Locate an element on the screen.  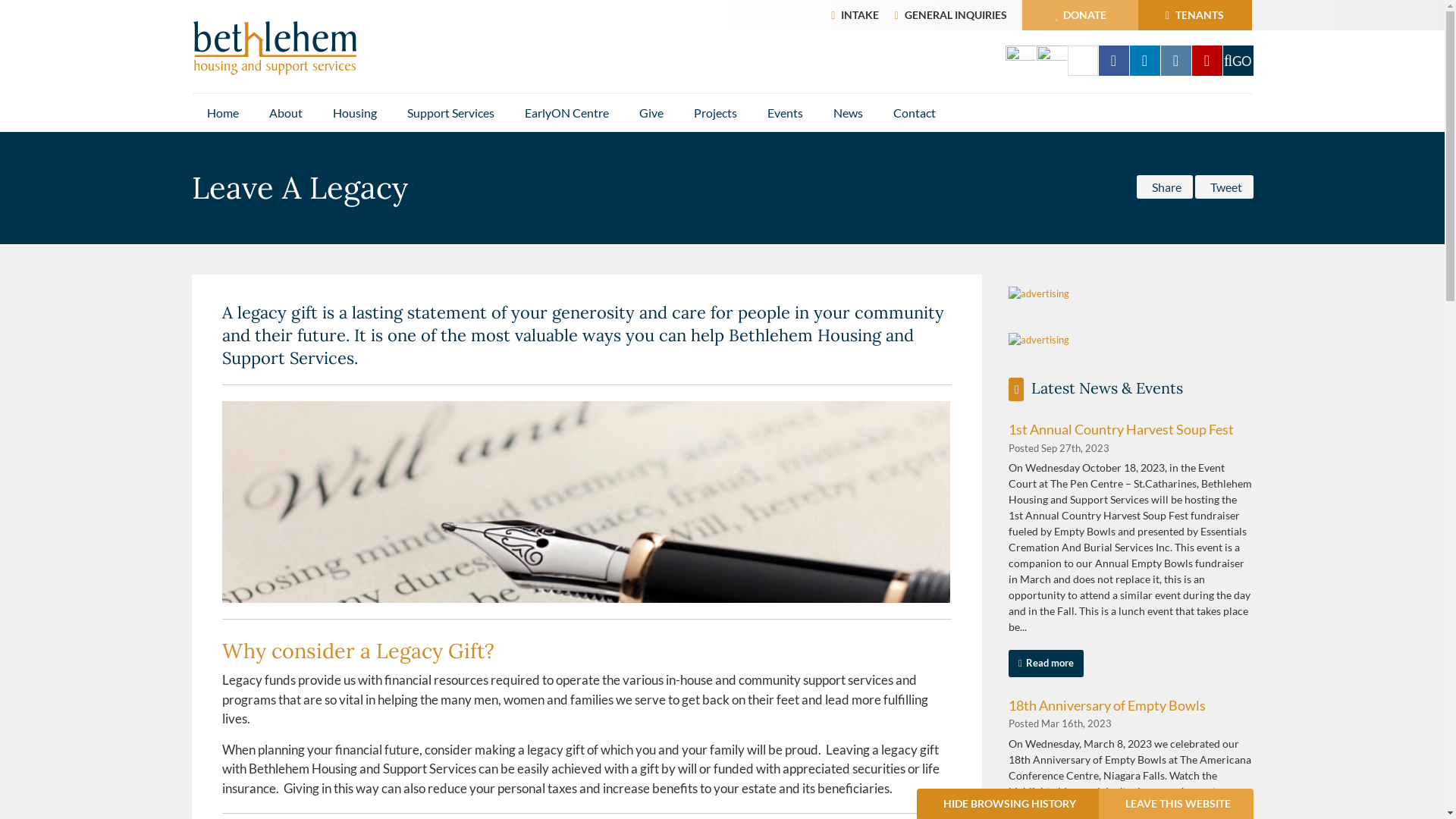
'INTAKE' is located at coordinates (859, 14).